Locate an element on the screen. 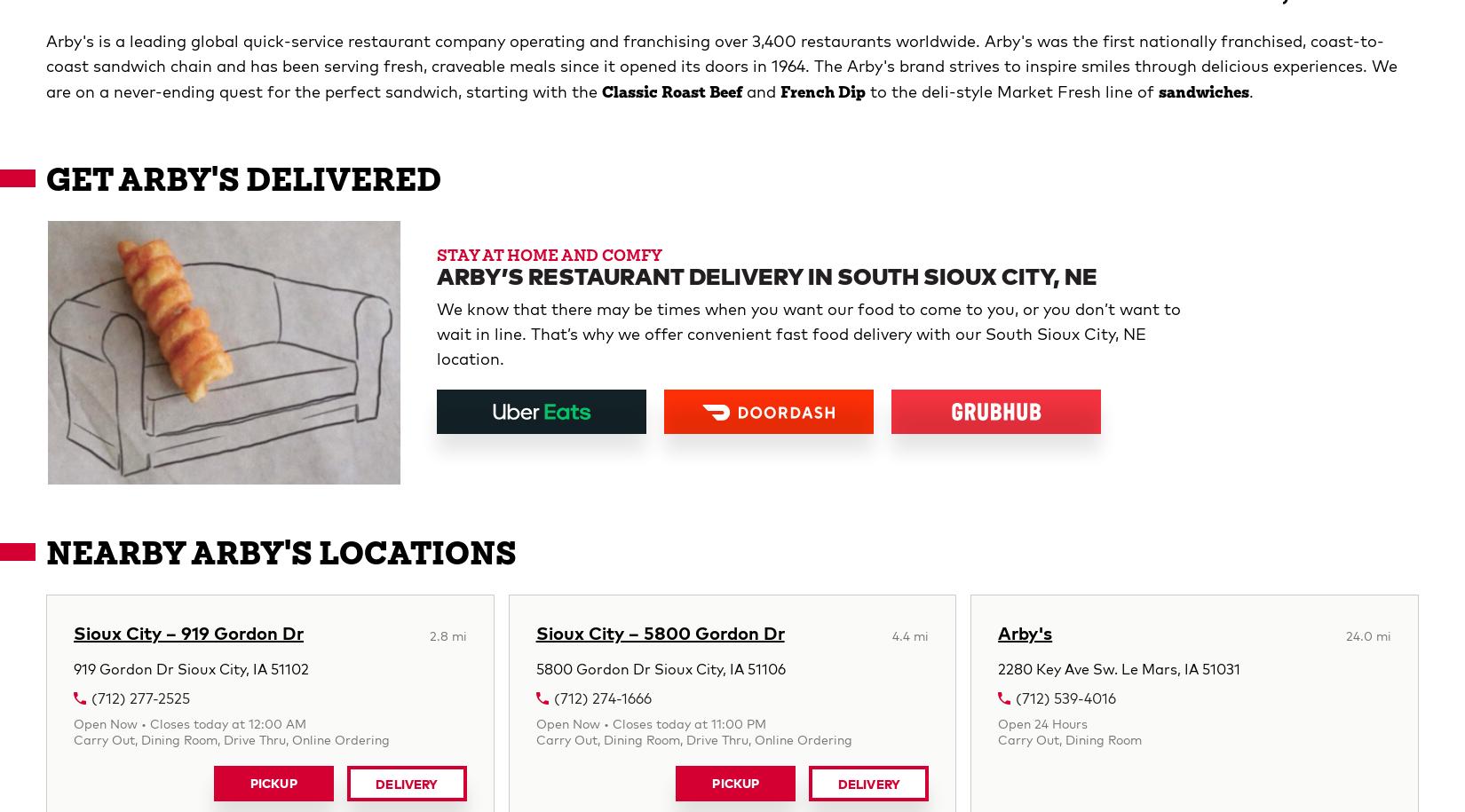  'Stay in touch' is located at coordinates (835, 774).